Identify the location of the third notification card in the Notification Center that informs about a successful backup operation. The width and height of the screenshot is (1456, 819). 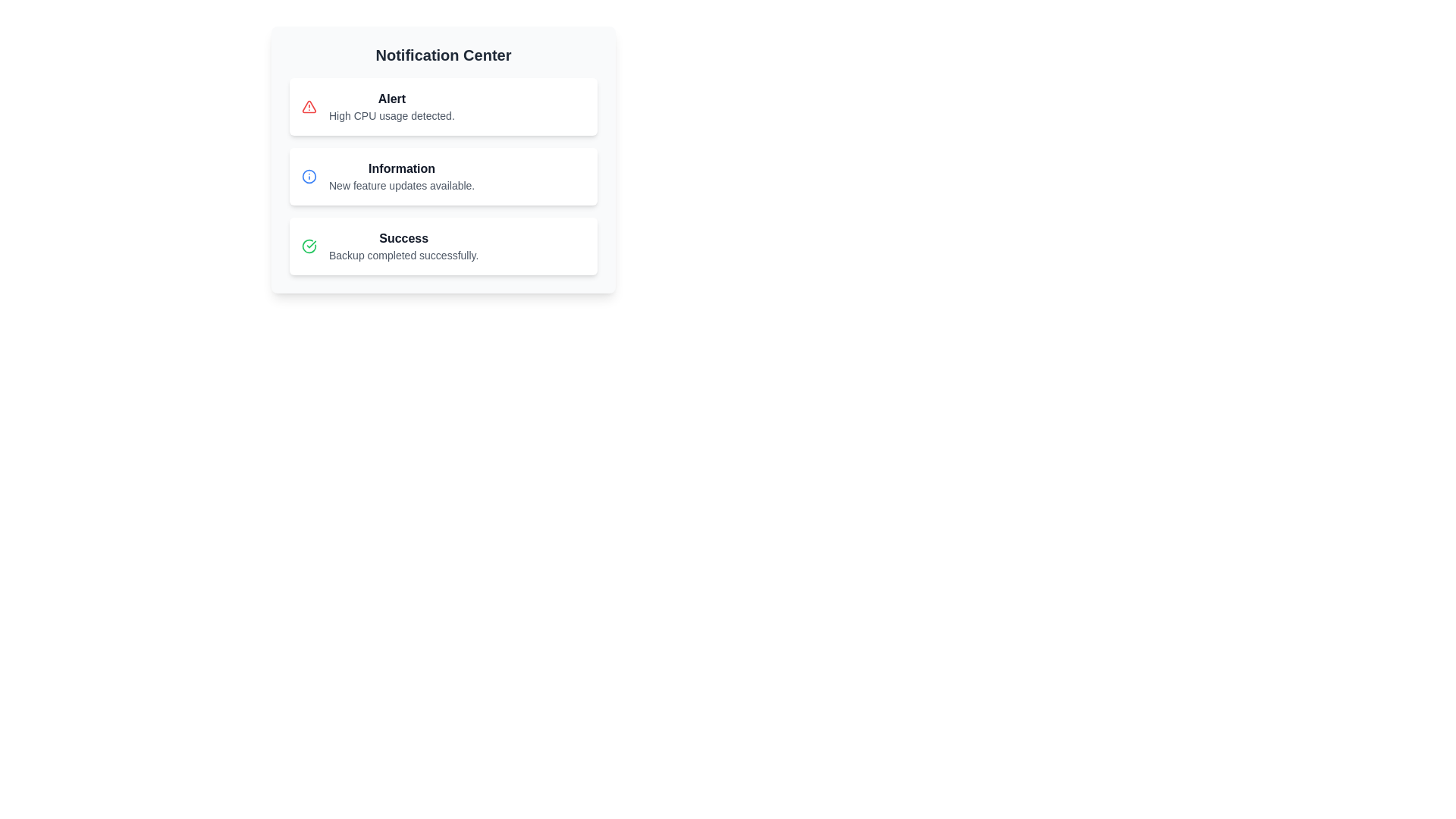
(443, 245).